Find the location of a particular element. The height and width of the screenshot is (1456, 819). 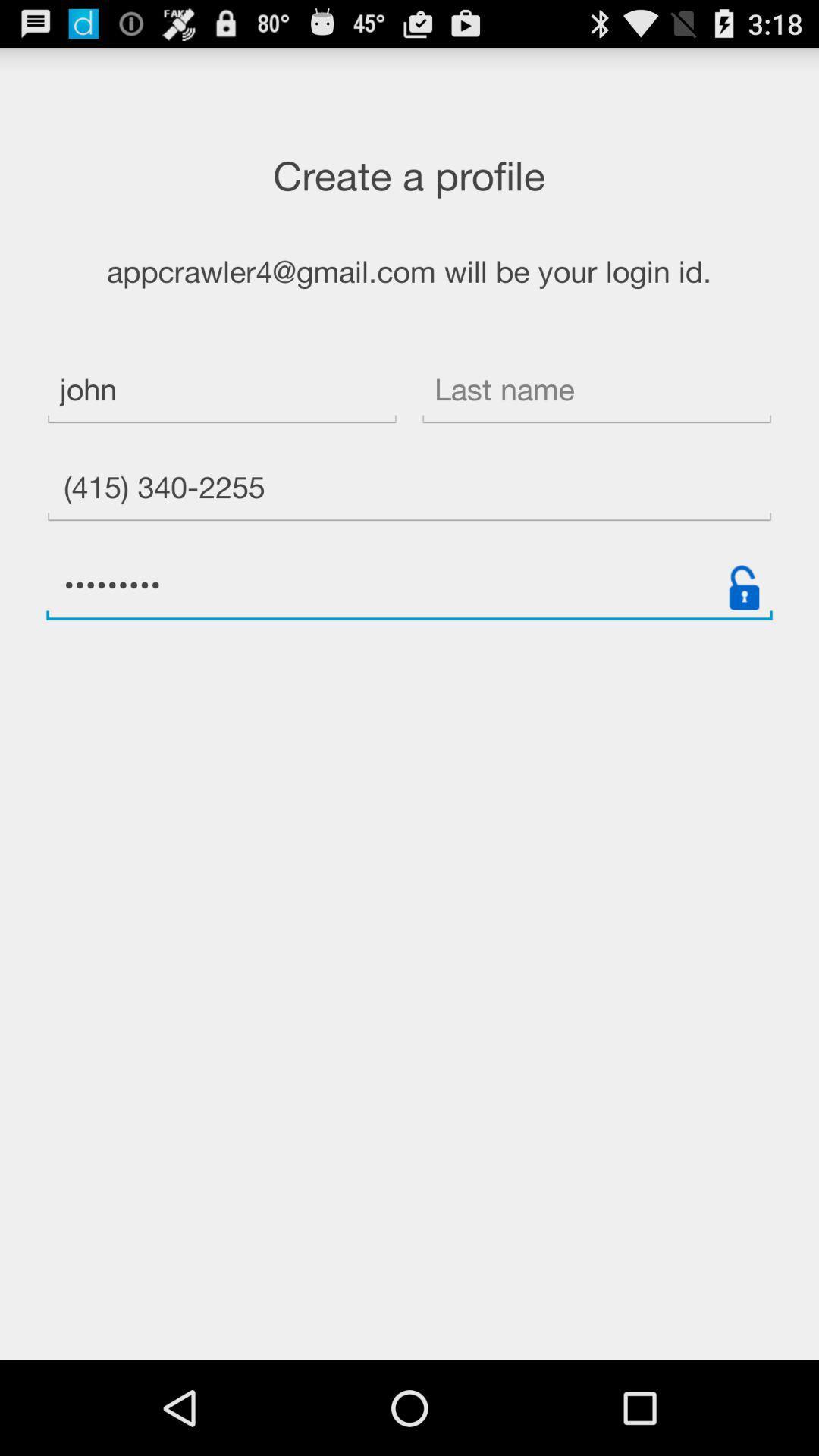

the icon on the right is located at coordinates (743, 587).